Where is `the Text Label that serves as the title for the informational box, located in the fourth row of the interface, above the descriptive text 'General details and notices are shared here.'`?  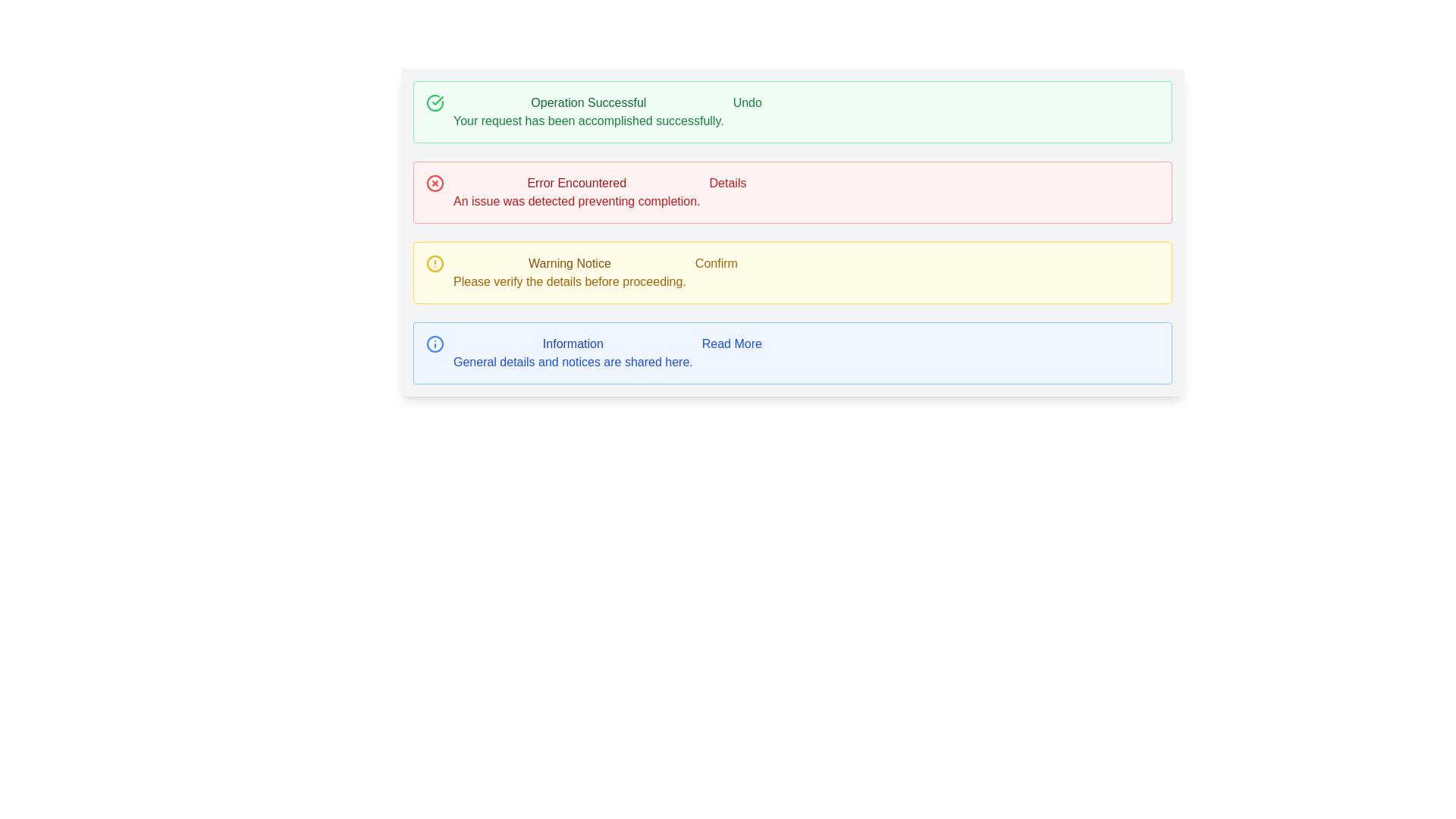
the Text Label that serves as the title for the informational box, located in the fourth row of the interface, above the descriptive text 'General details and notices are shared here.' is located at coordinates (572, 344).